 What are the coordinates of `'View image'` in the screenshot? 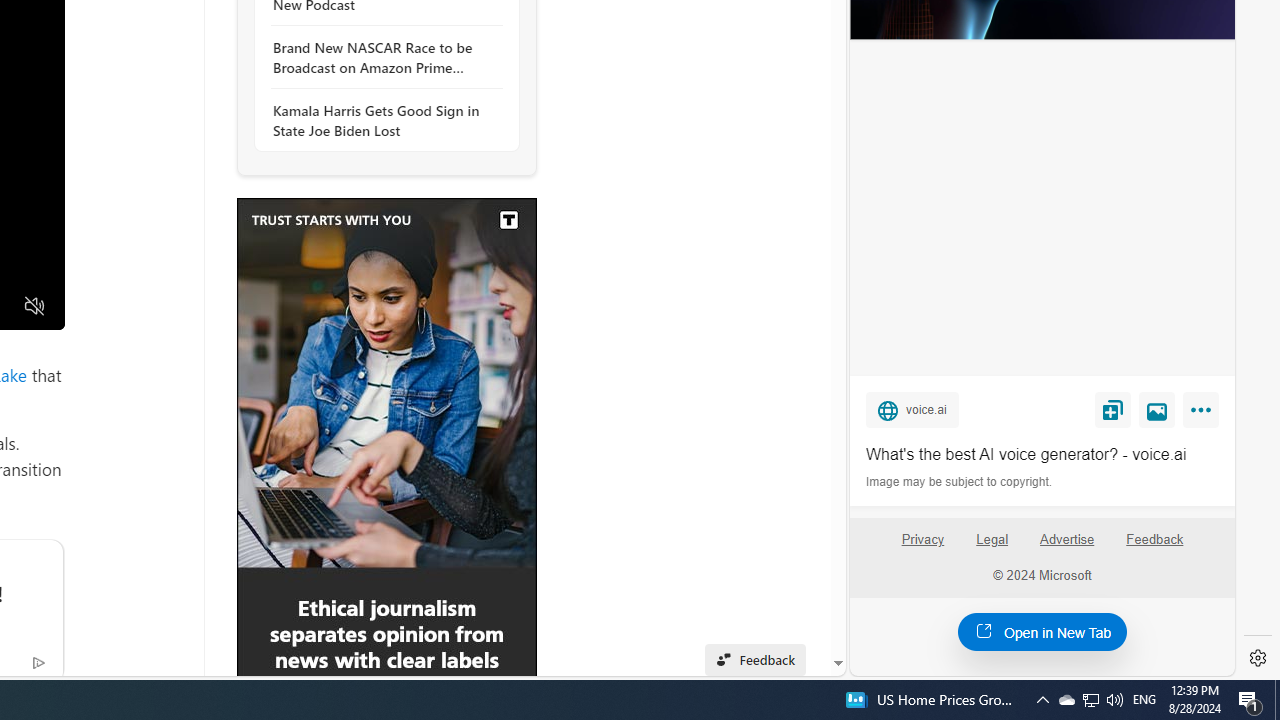 It's located at (1157, 408).